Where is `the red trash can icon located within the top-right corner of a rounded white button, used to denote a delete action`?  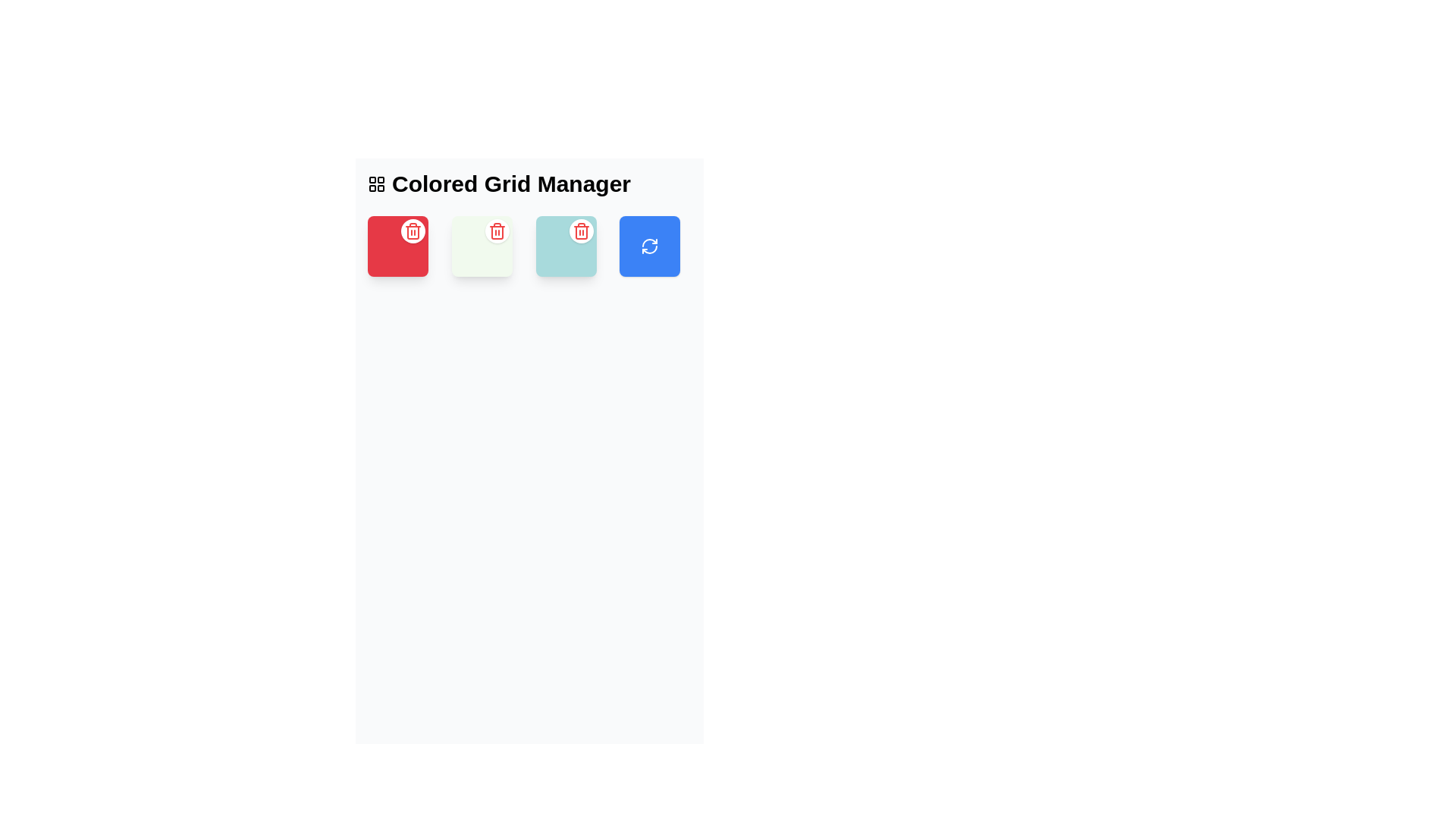 the red trash can icon located within the top-right corner of a rounded white button, used to denote a delete action is located at coordinates (497, 231).